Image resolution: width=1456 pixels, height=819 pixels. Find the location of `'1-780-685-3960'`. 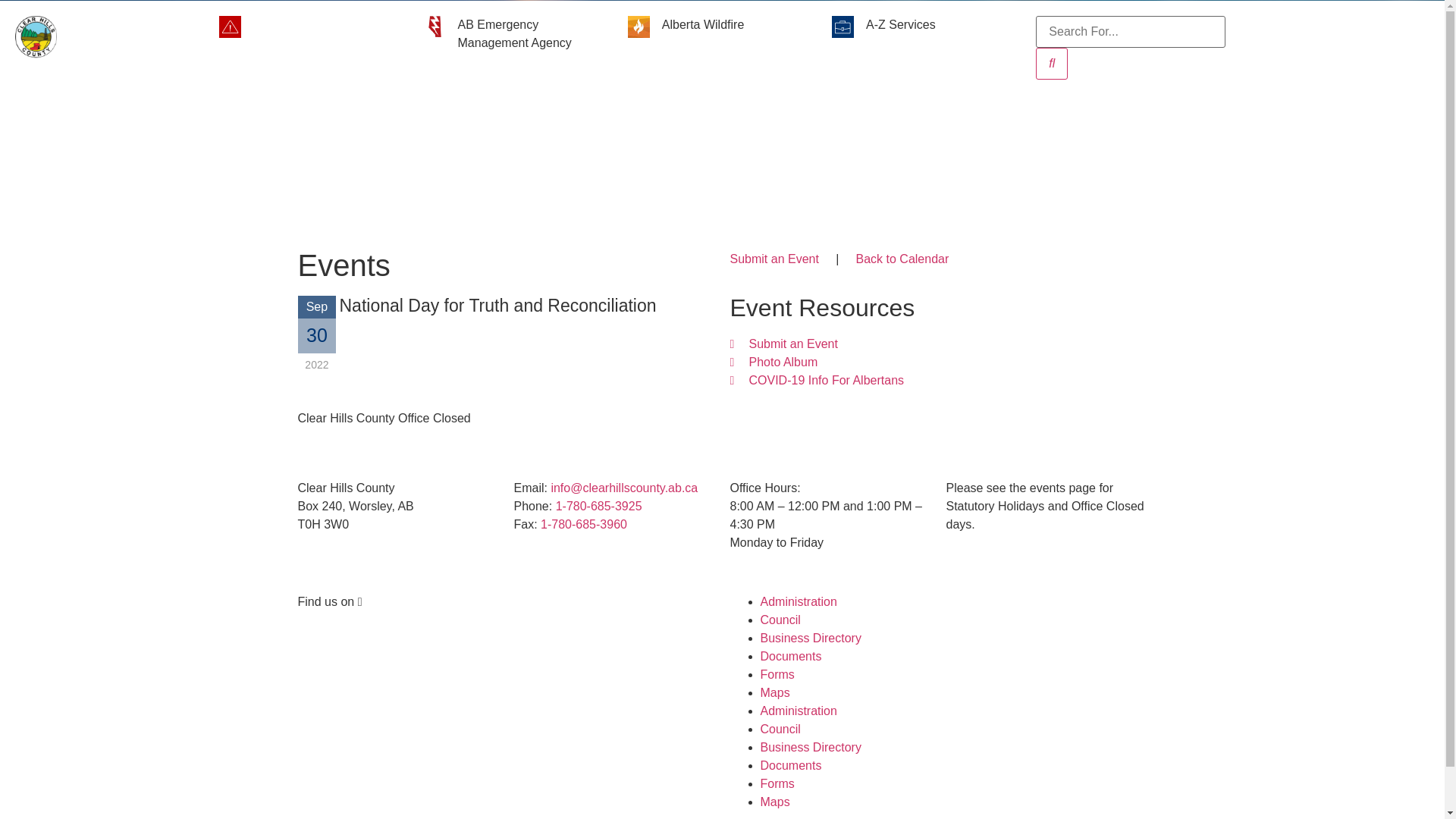

'1-780-685-3960' is located at coordinates (582, 523).